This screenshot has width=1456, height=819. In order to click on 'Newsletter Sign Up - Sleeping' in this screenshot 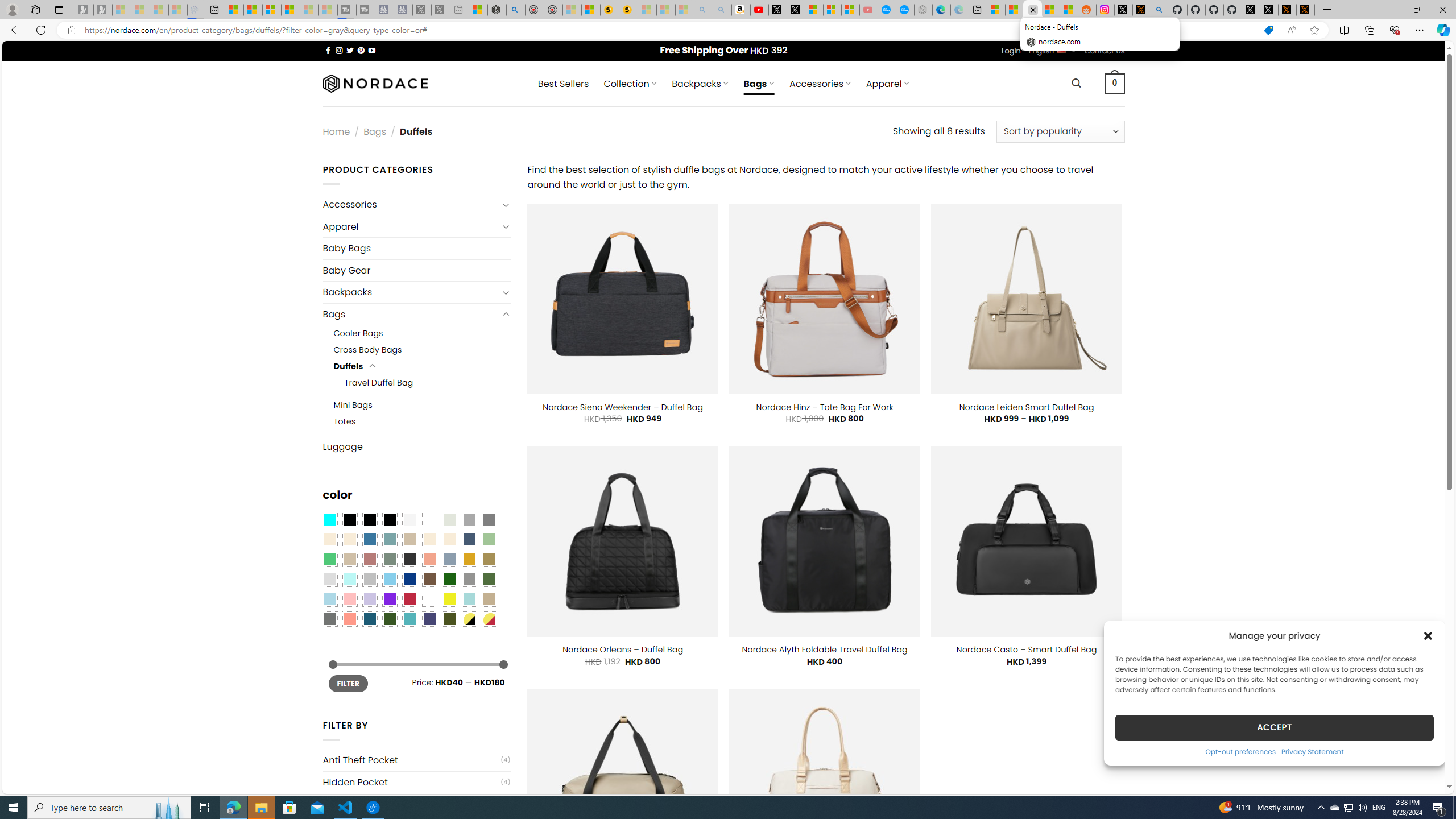, I will do `click(102, 9)`.